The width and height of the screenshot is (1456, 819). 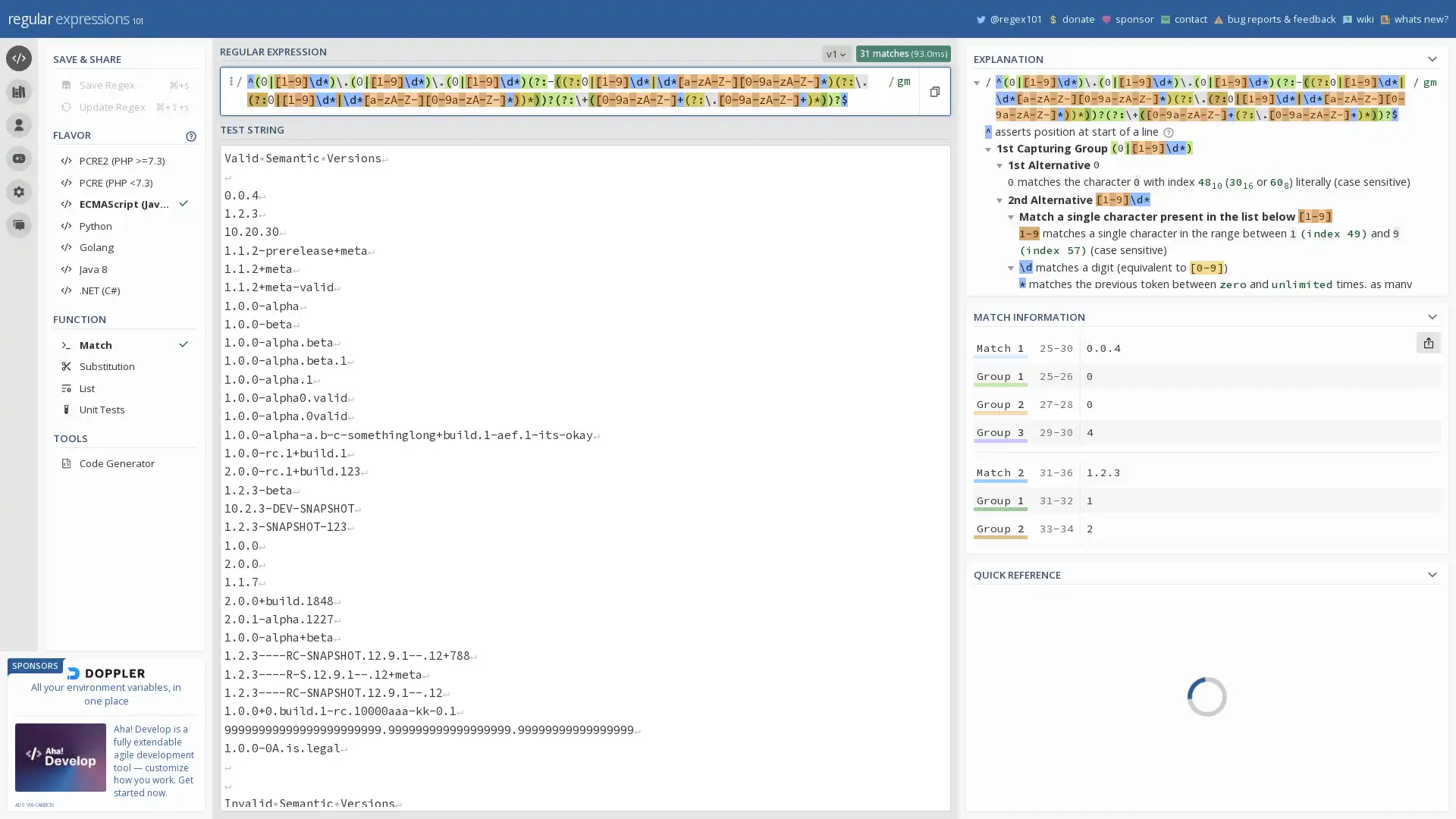 What do you see at coordinates (1002, 353) in the screenshot?
I see `Collapse Subtree` at bounding box center [1002, 353].